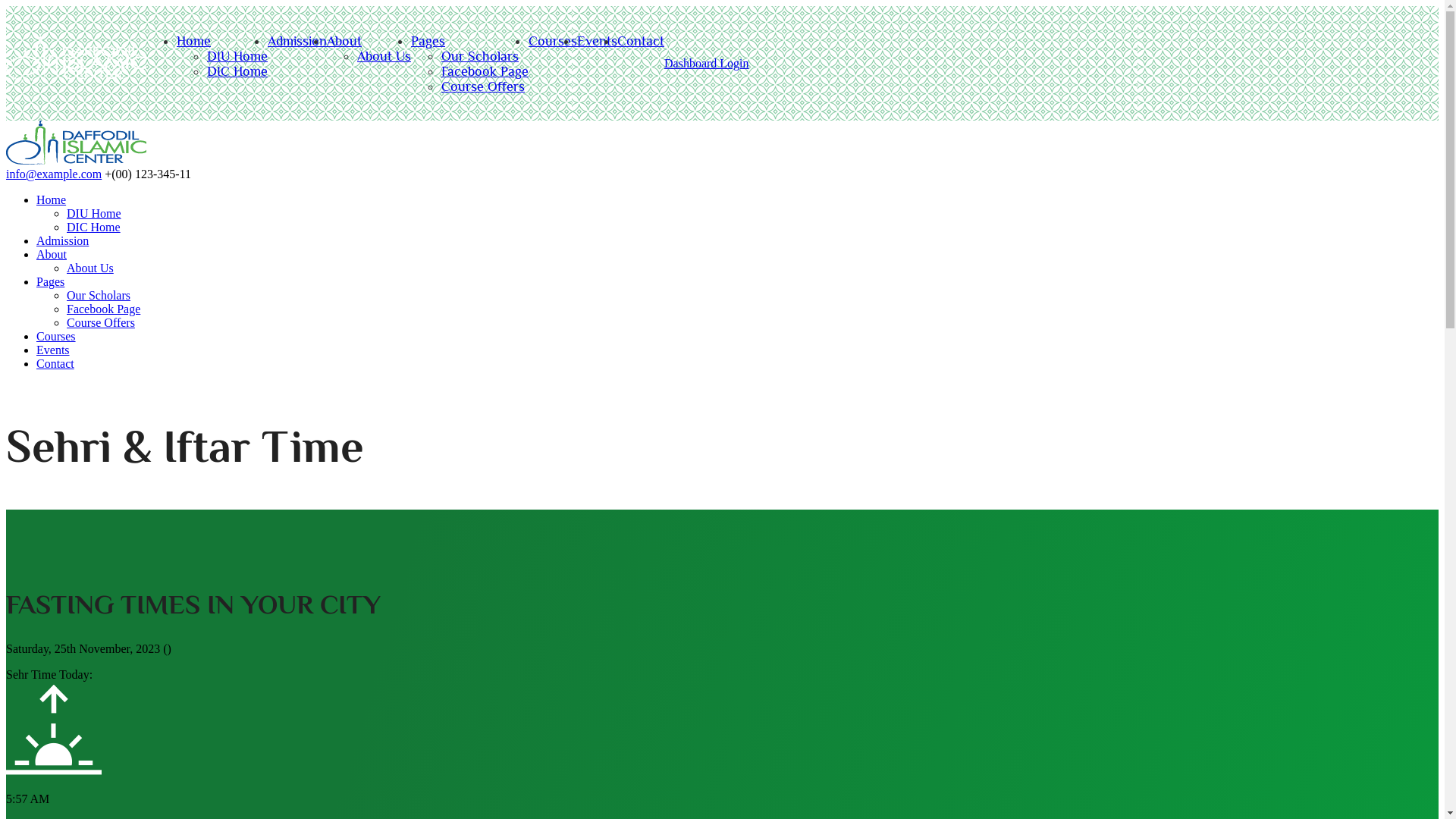  Describe the element at coordinates (479, 55) in the screenshot. I see `'Our Scholars'` at that location.